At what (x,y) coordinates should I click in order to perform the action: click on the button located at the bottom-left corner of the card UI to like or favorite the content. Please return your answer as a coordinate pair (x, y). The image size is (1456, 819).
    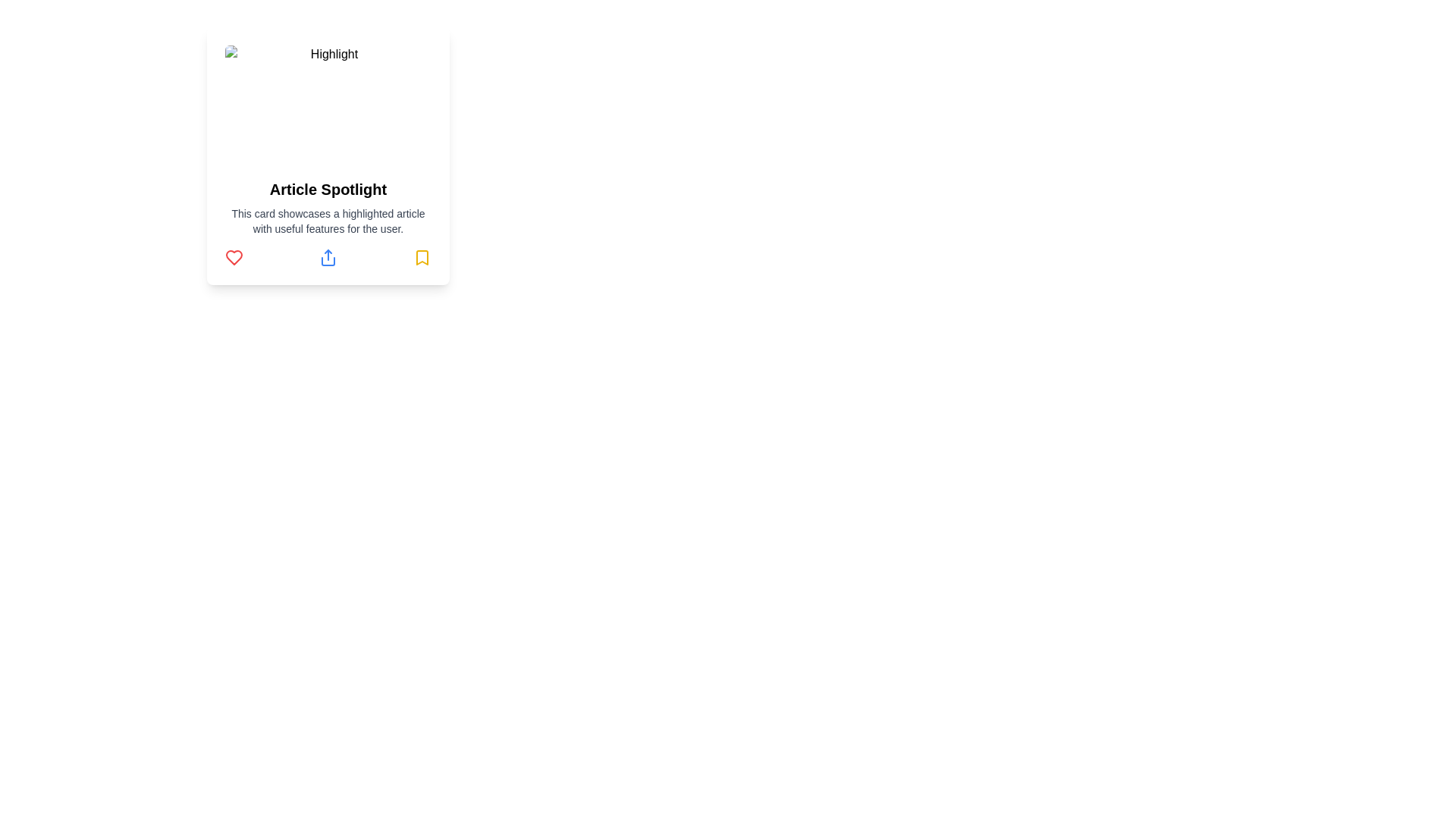
    Looking at the image, I should click on (233, 256).